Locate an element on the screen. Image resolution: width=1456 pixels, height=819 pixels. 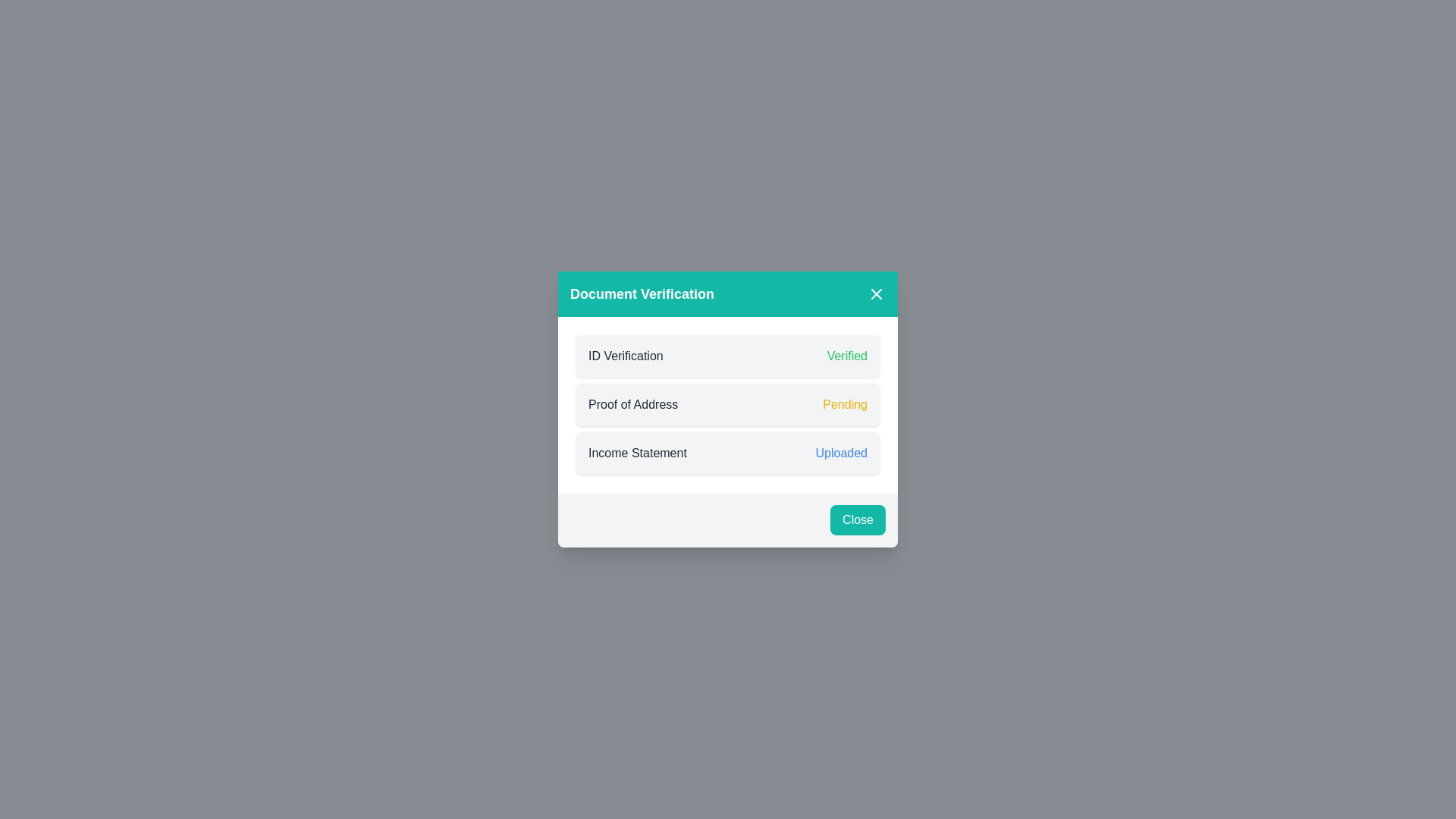
the static text label reading 'Income Statement', which is the leftmost element in the third row of the 'Document Verification' modal interface is located at coordinates (637, 452).